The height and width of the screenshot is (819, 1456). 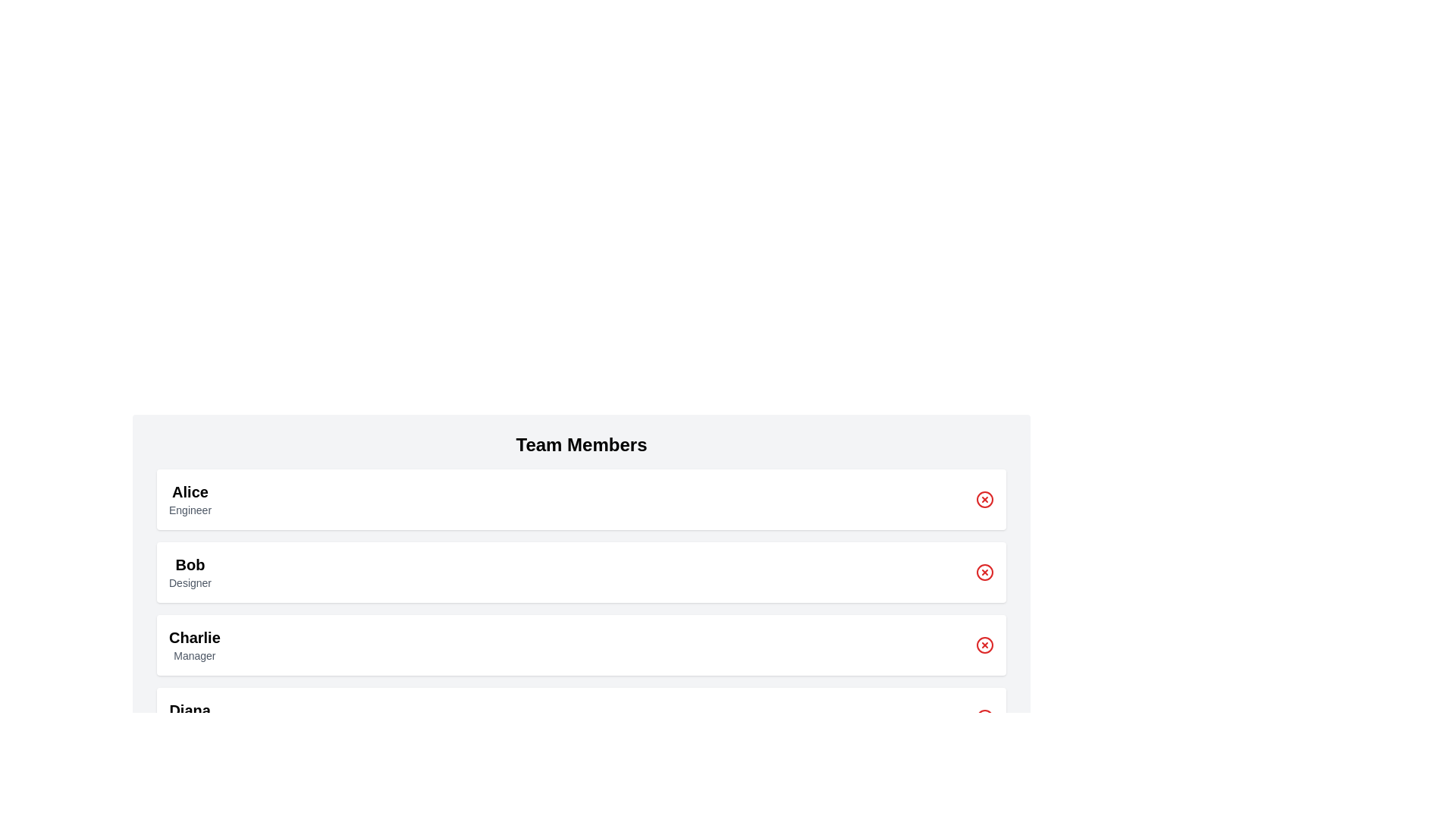 What do you see at coordinates (189, 582) in the screenshot?
I see `the text label that displays the job title or role of 'Bob'` at bounding box center [189, 582].